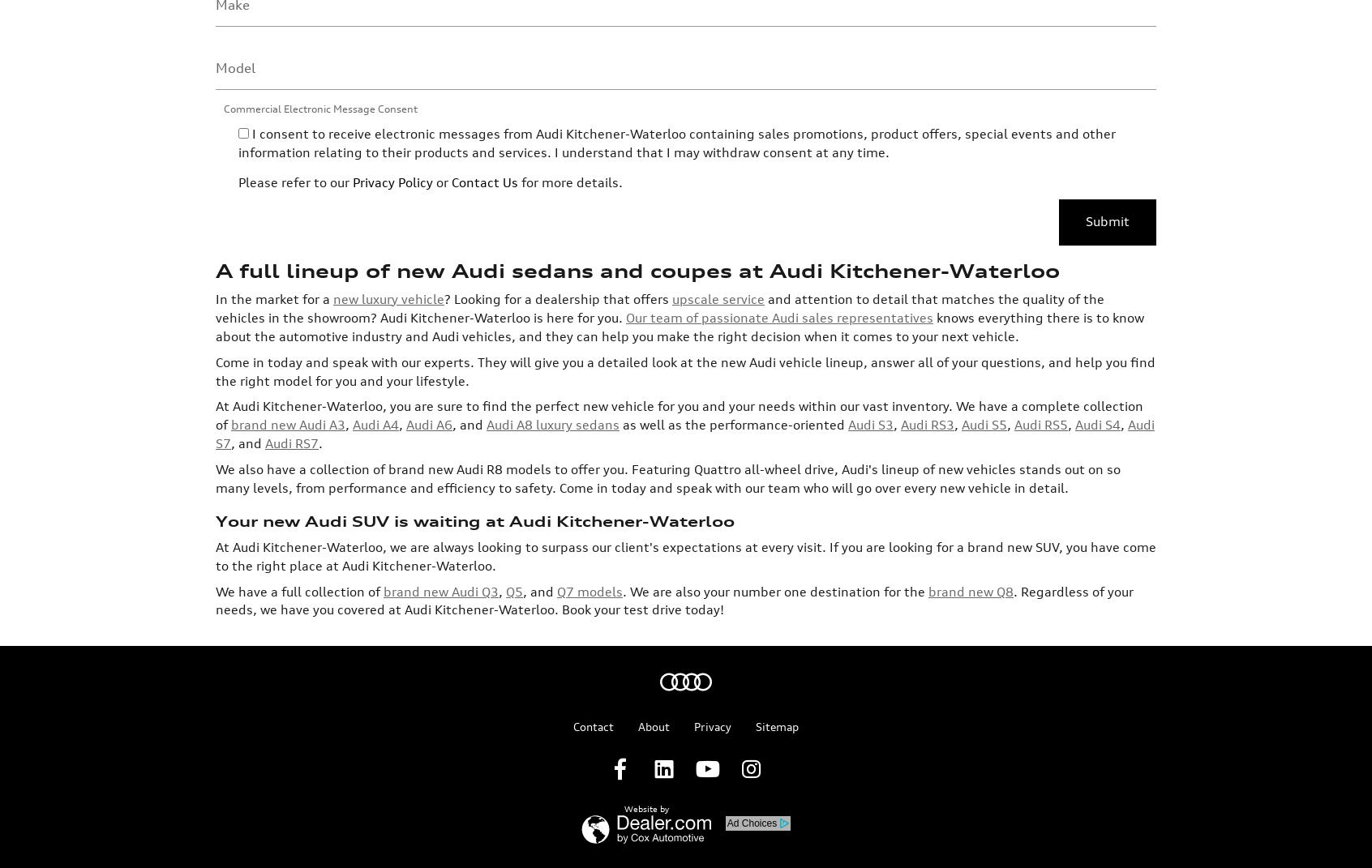 The height and width of the screenshot is (868, 1372). I want to click on 'At Audi Kitchener-Waterloo, you are sure to find the perfect new vehicle for you and your needs within our vast inventory. We have a complete collection of', so click(215, 284).